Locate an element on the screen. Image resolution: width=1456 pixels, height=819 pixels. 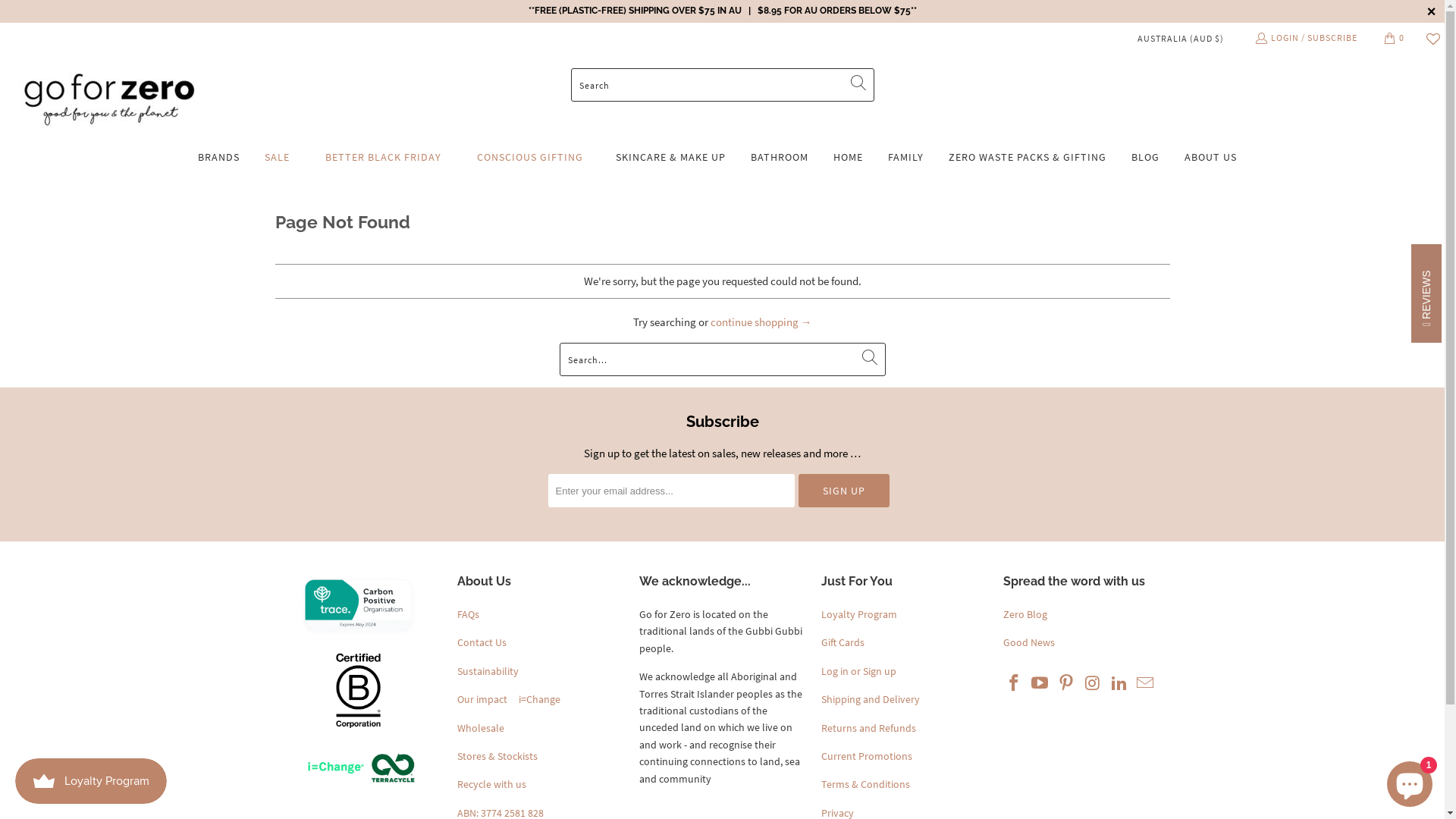
'LOGIN / SUBSCRIBE' is located at coordinates (1305, 37).